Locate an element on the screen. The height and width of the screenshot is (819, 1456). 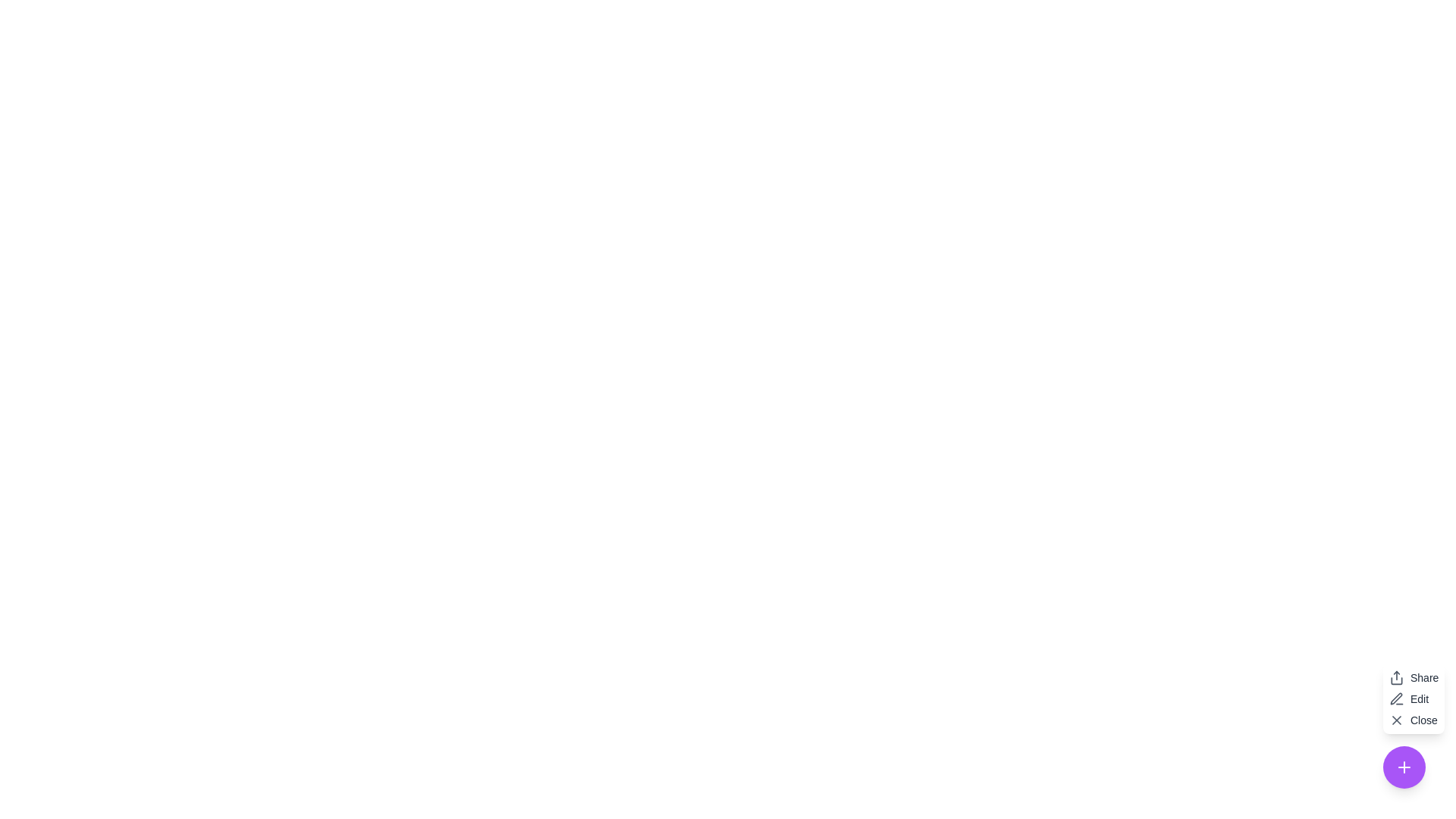
the close button located to the left of the 'Close' text is located at coordinates (1396, 719).